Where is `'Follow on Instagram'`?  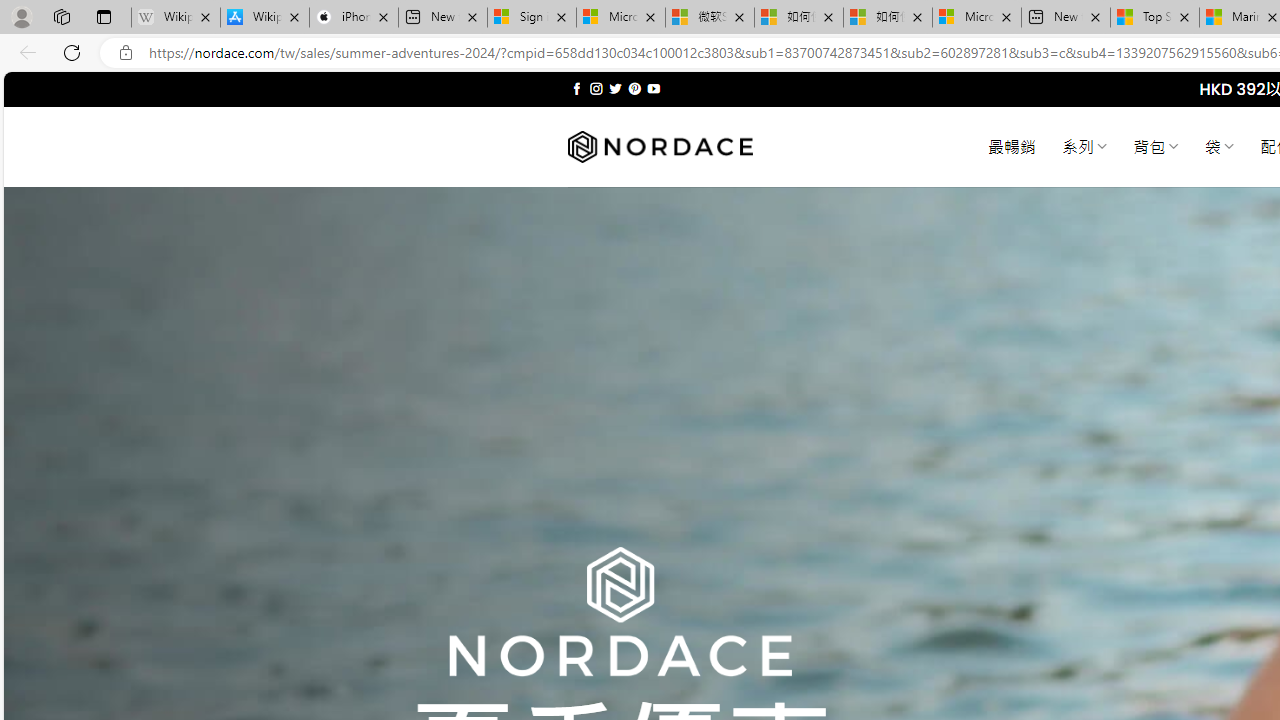 'Follow on Instagram' is located at coordinates (595, 88).